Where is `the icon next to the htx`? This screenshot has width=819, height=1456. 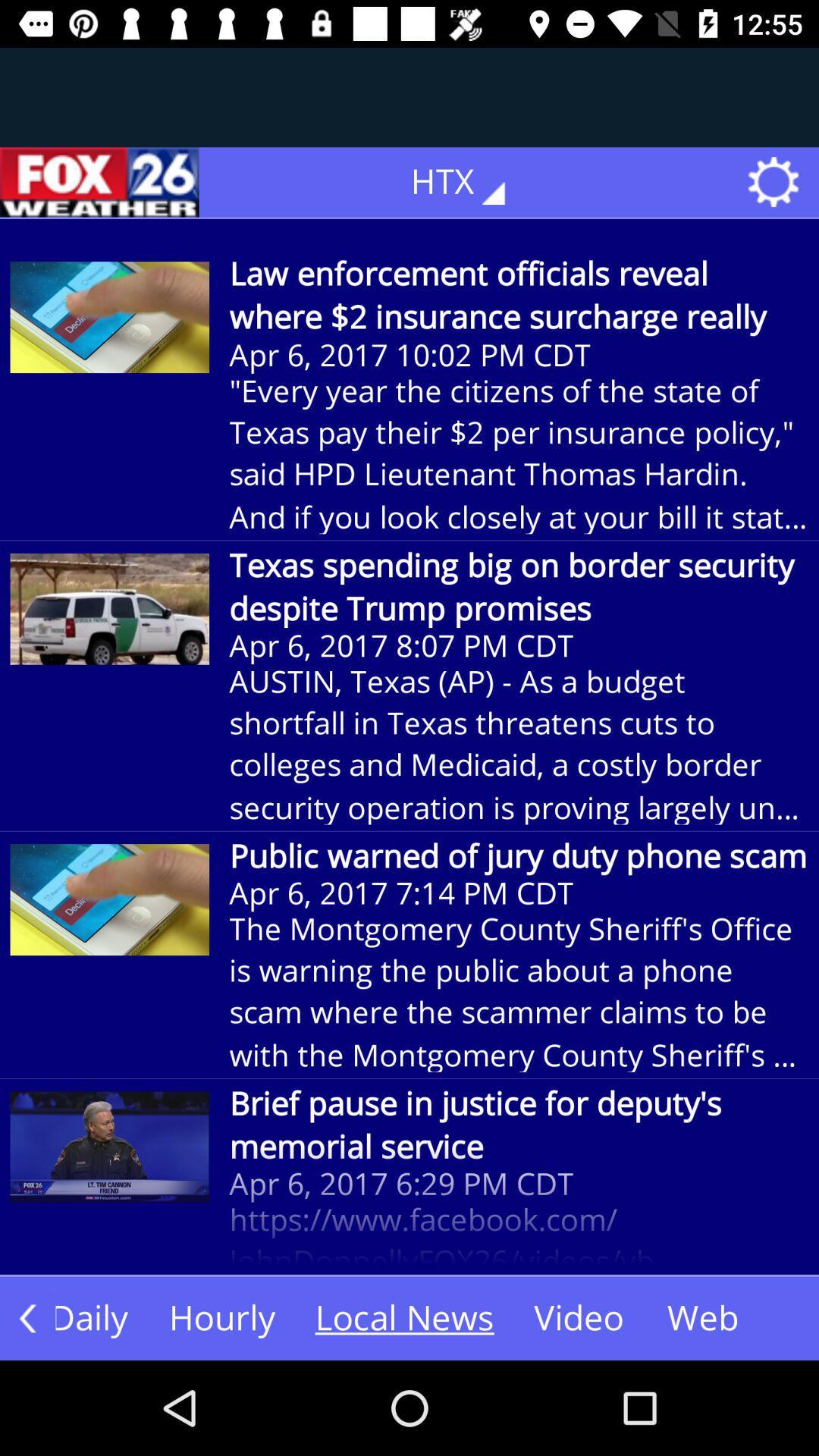 the icon next to the htx is located at coordinates (99, 182).